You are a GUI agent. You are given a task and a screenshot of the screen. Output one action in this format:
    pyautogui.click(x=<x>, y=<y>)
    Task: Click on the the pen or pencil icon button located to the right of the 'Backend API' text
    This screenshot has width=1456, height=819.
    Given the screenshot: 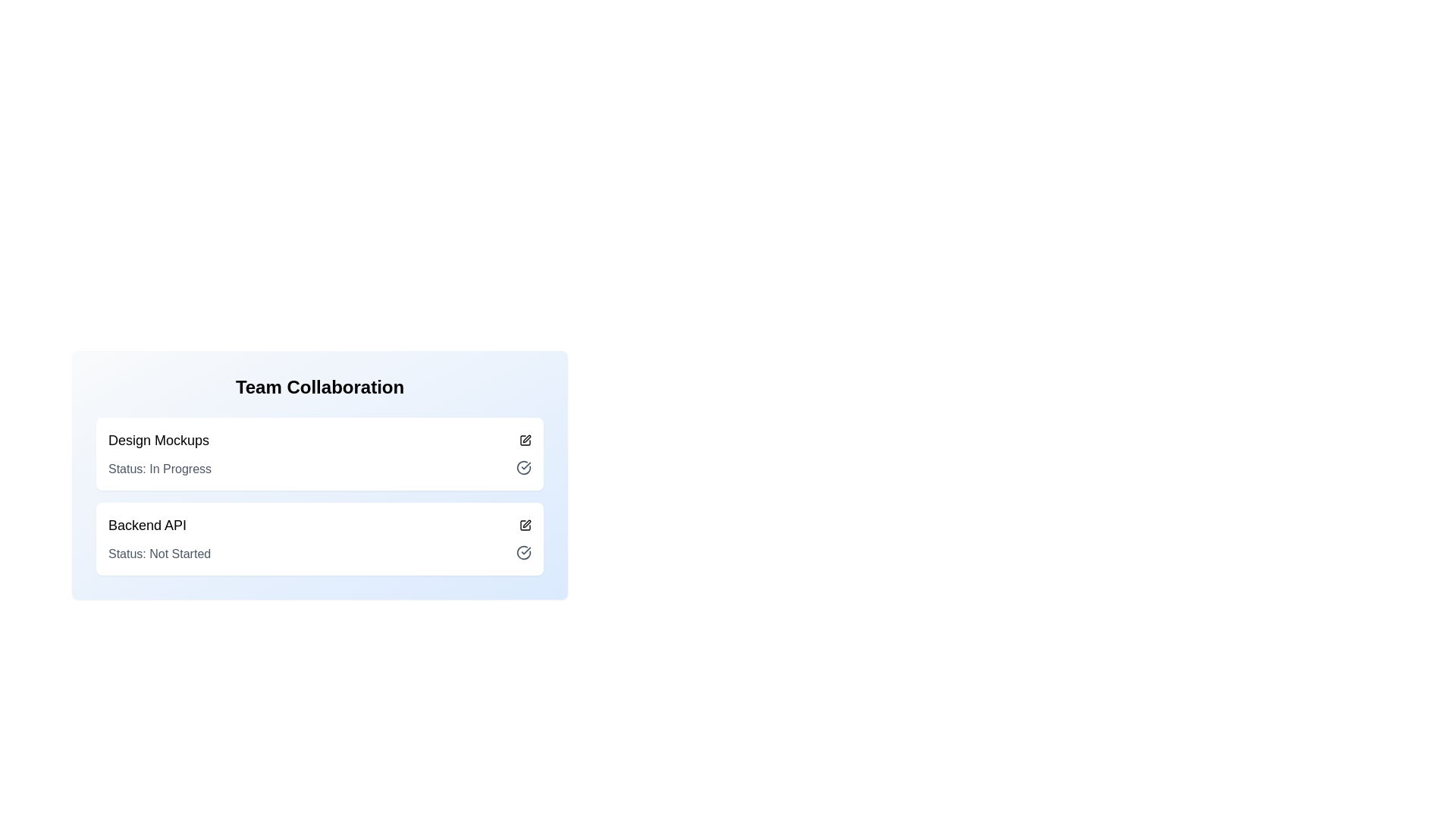 What is the action you would take?
    pyautogui.click(x=525, y=525)
    